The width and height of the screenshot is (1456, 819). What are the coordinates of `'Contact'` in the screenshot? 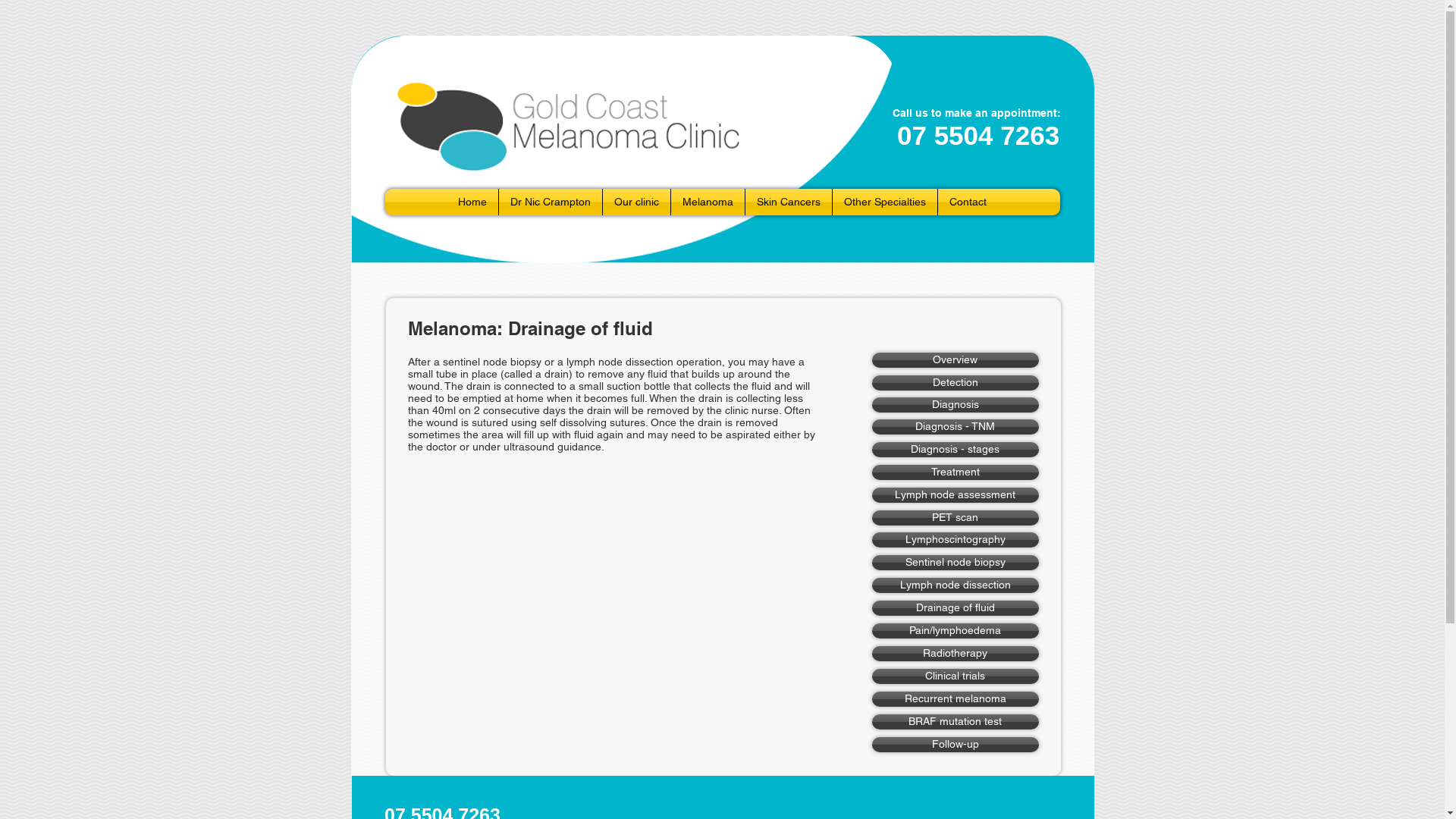 It's located at (967, 201).